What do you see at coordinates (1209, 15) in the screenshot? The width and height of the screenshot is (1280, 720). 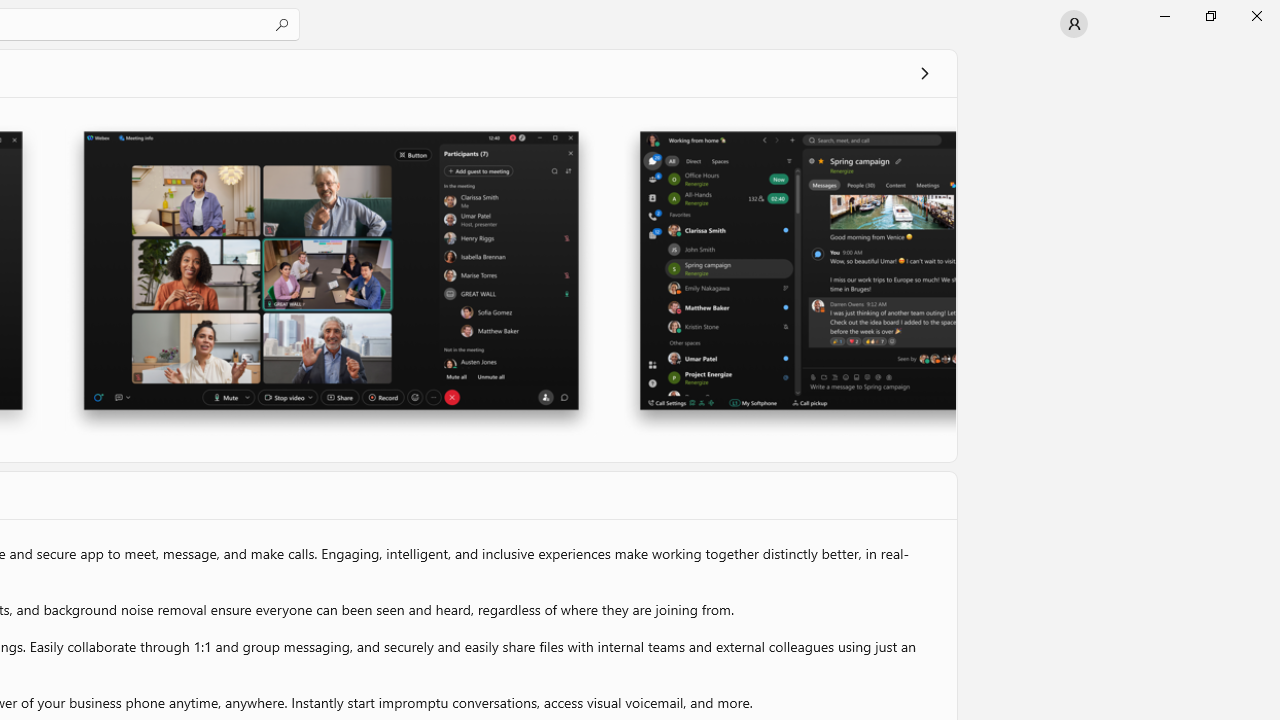 I see `'Restore Microsoft Store'` at bounding box center [1209, 15].